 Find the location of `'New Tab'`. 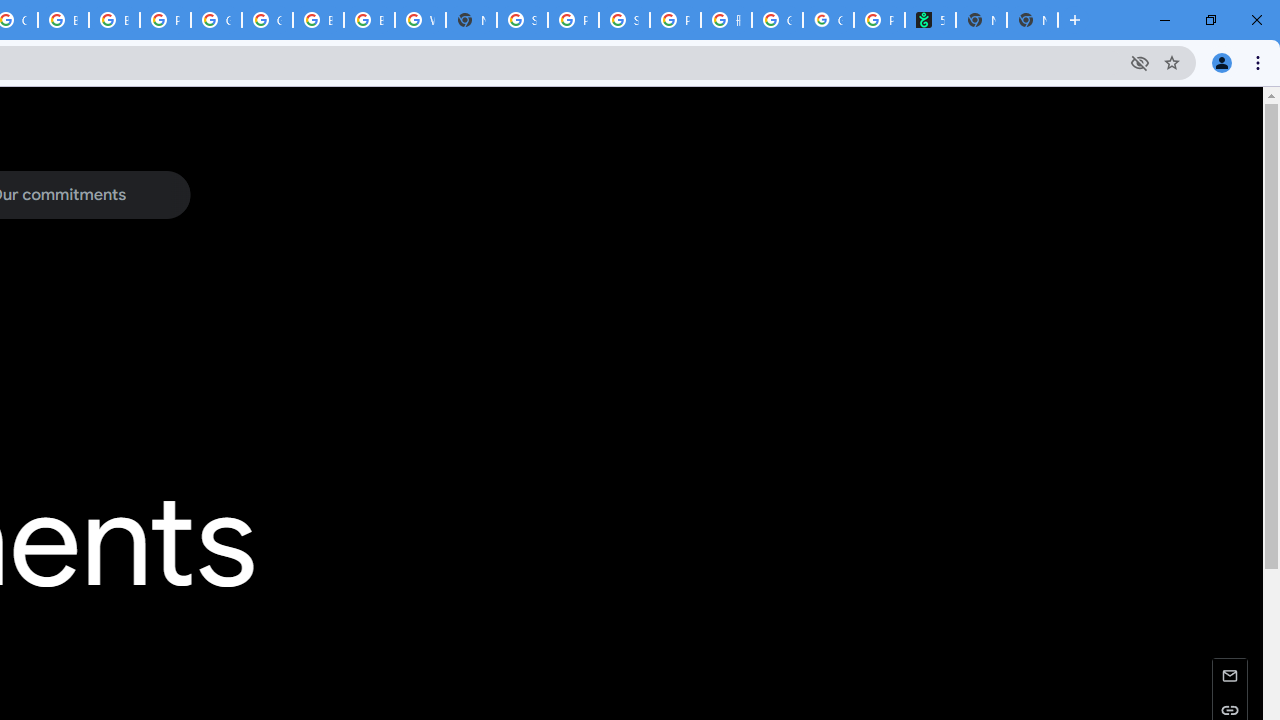

'New Tab' is located at coordinates (1032, 20).